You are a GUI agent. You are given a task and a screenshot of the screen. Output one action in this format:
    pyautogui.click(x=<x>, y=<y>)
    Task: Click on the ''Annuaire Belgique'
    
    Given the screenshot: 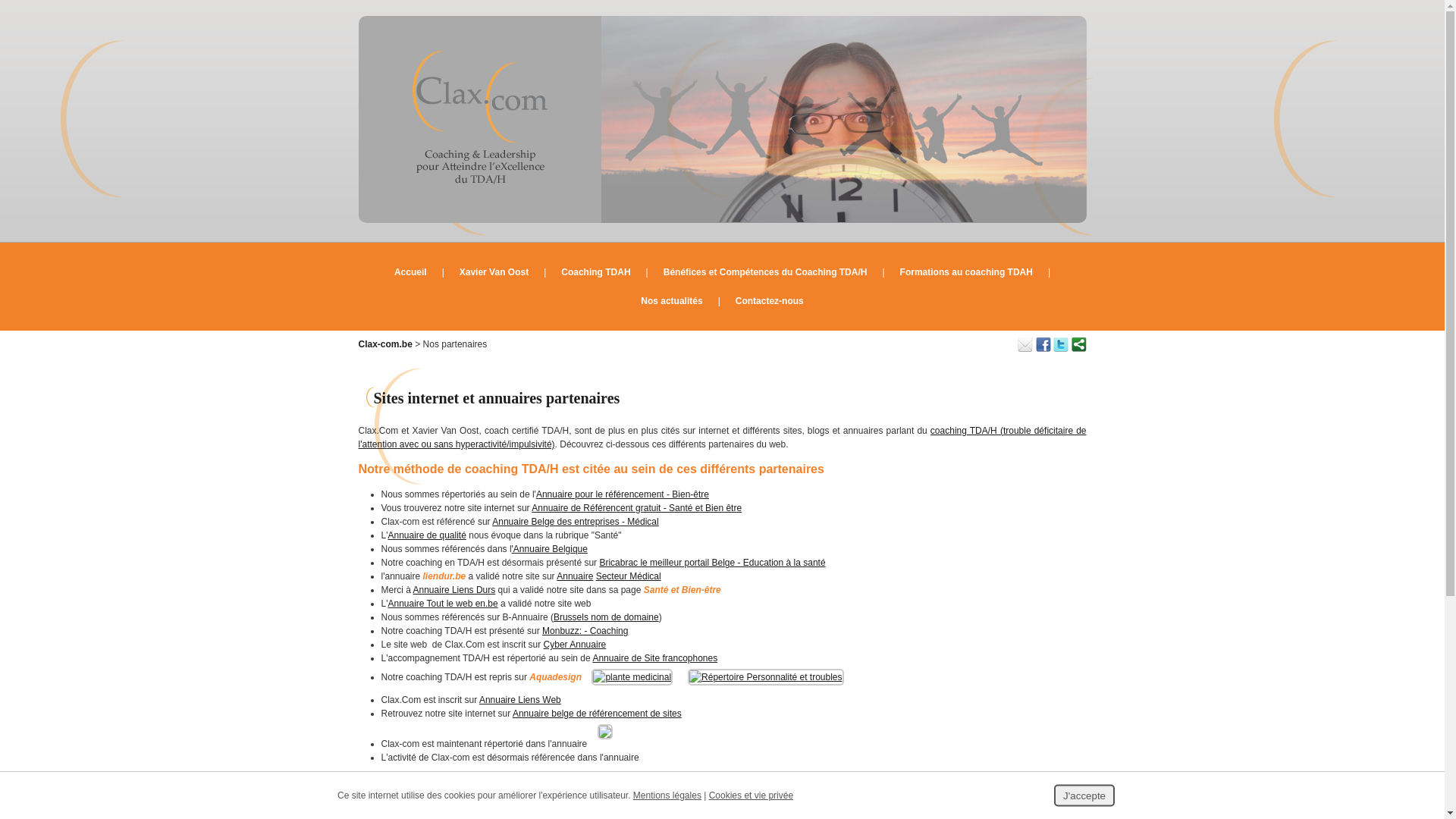 What is the action you would take?
    pyautogui.click(x=548, y=549)
    